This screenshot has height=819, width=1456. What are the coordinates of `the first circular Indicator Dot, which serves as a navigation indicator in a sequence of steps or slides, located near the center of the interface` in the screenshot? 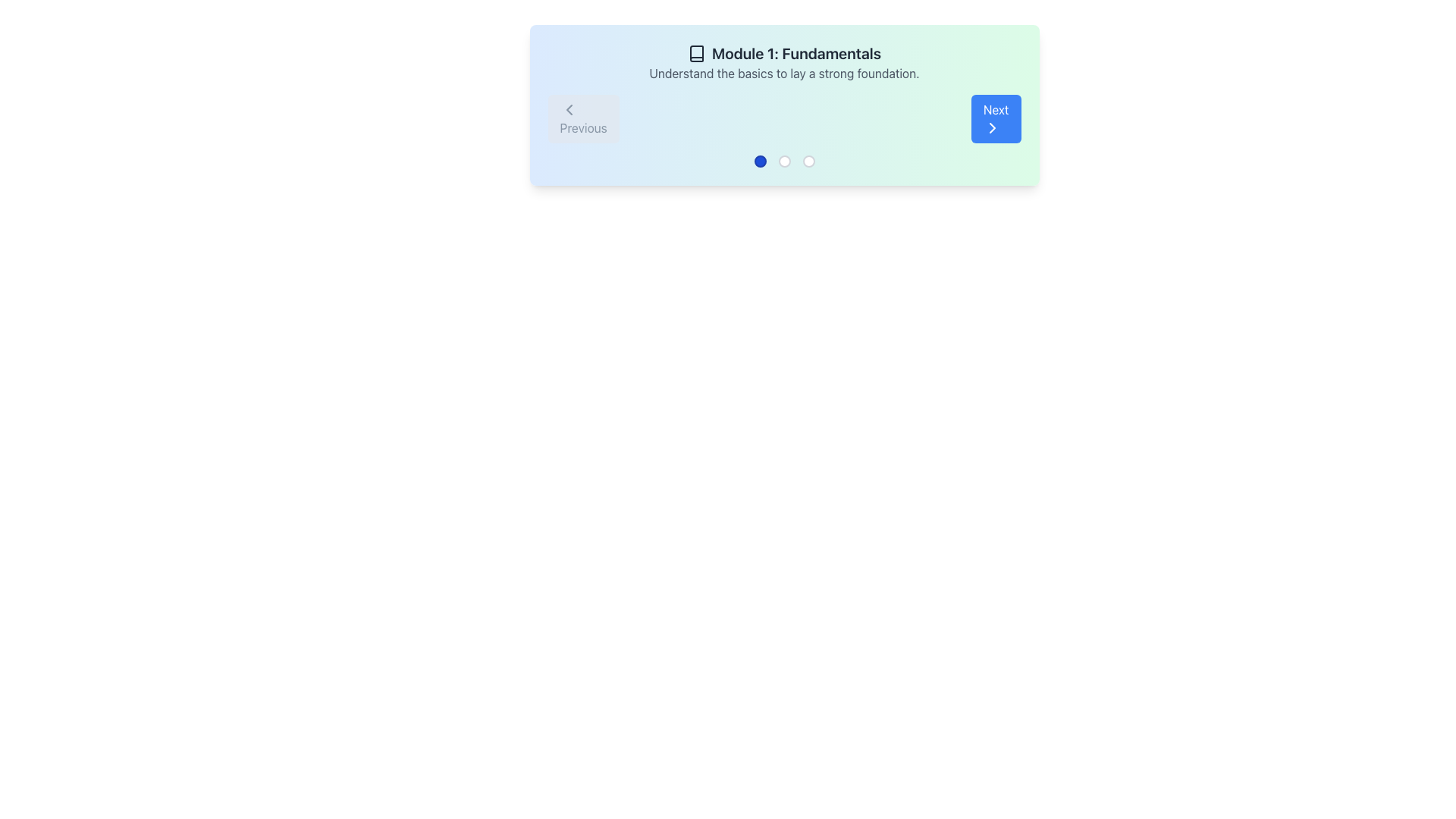 It's located at (760, 161).